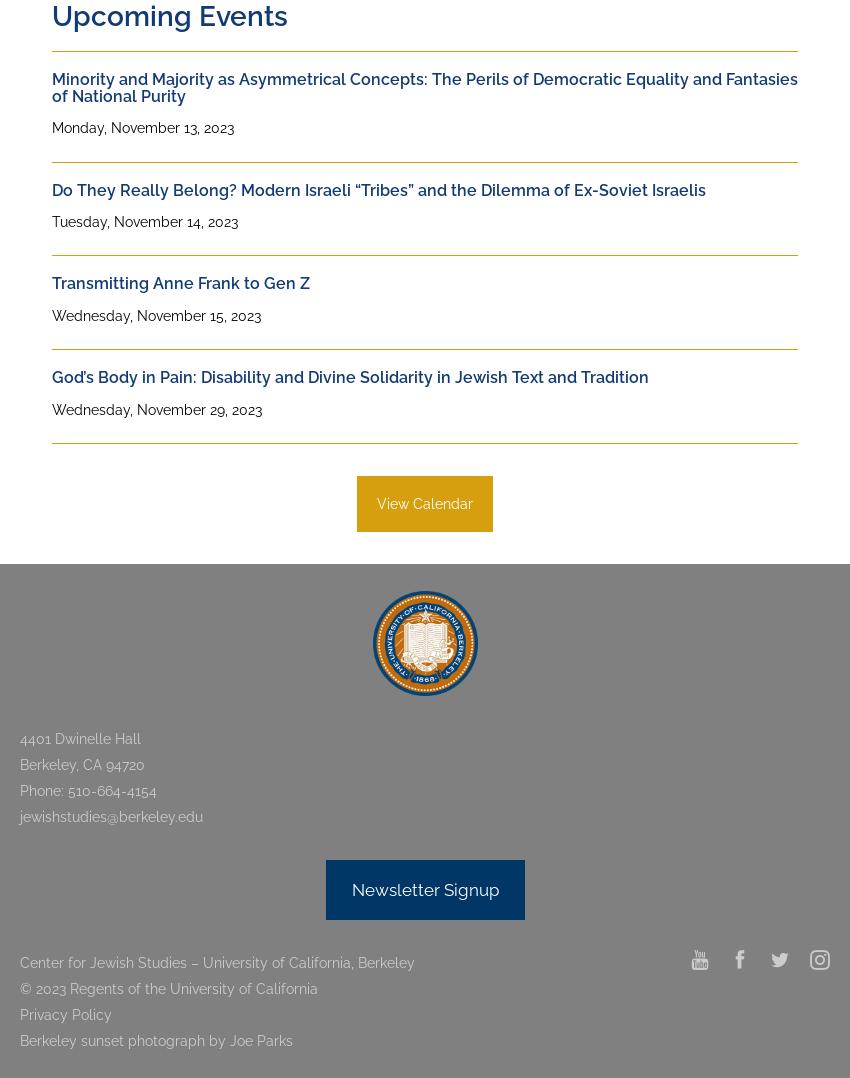 The height and width of the screenshot is (1078, 850). I want to click on 'Monday, November 13, 2023', so click(142, 127).